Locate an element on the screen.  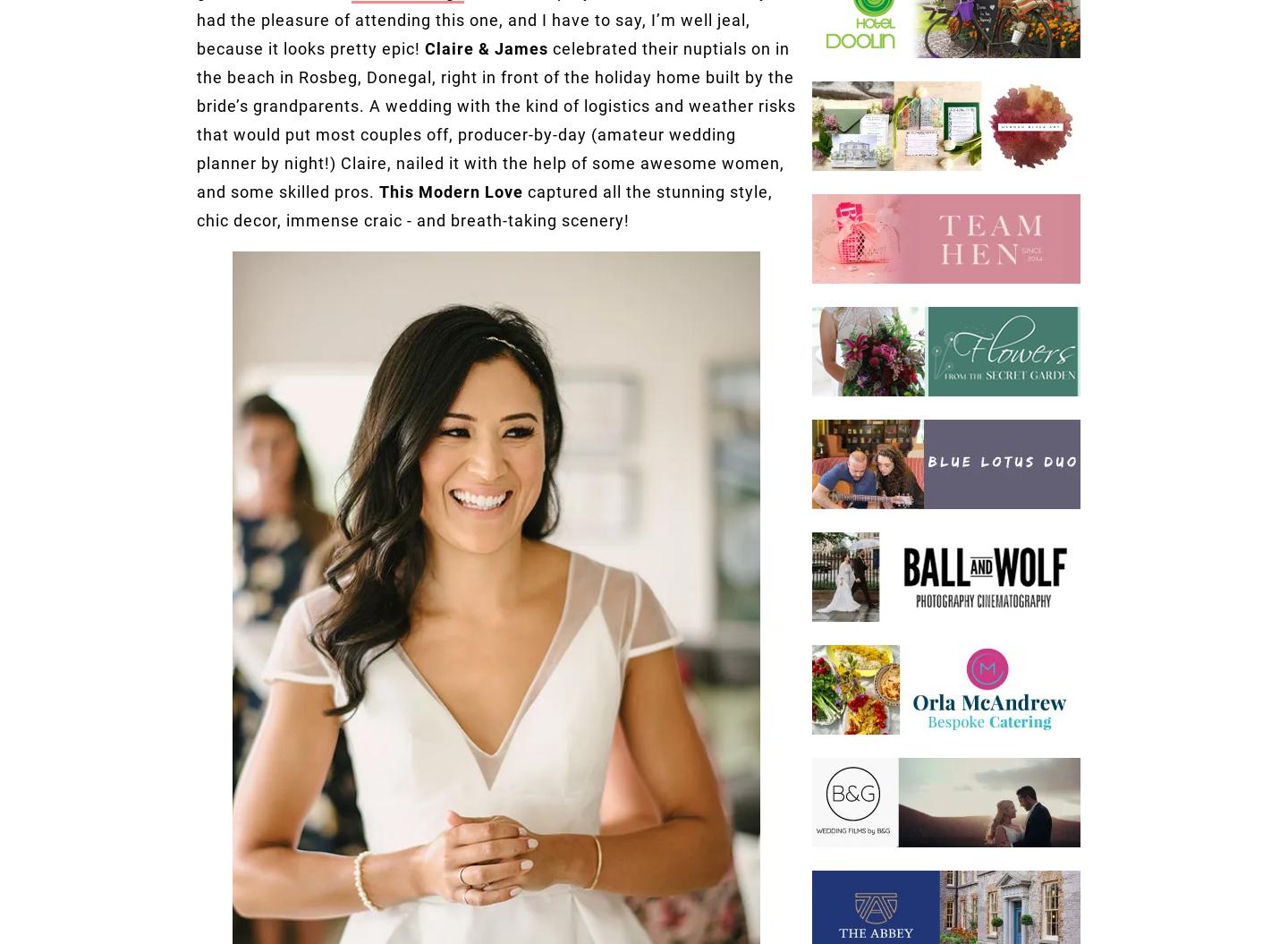
'Chi Chi London' is located at coordinates (359, 112).